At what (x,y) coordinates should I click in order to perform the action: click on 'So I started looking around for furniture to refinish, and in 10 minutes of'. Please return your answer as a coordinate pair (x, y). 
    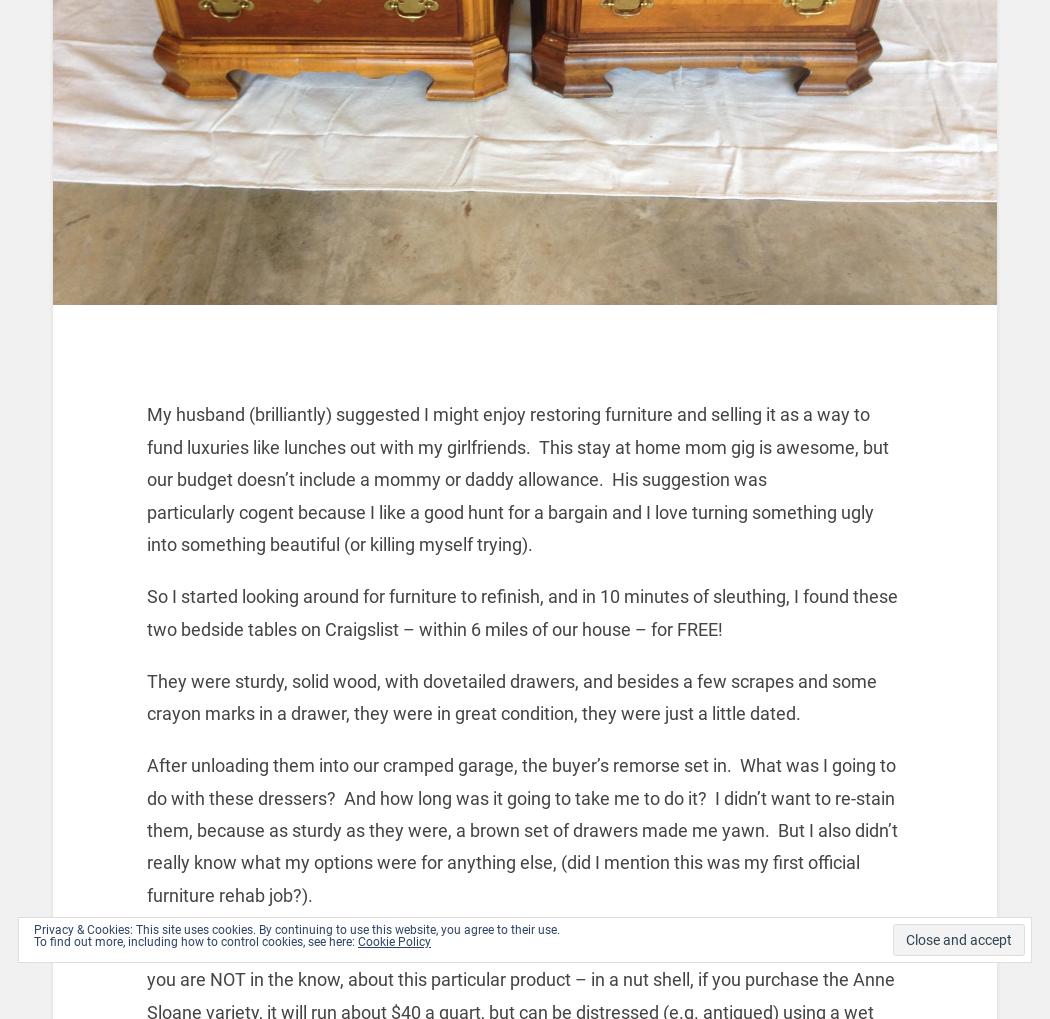
    Looking at the image, I should click on (428, 595).